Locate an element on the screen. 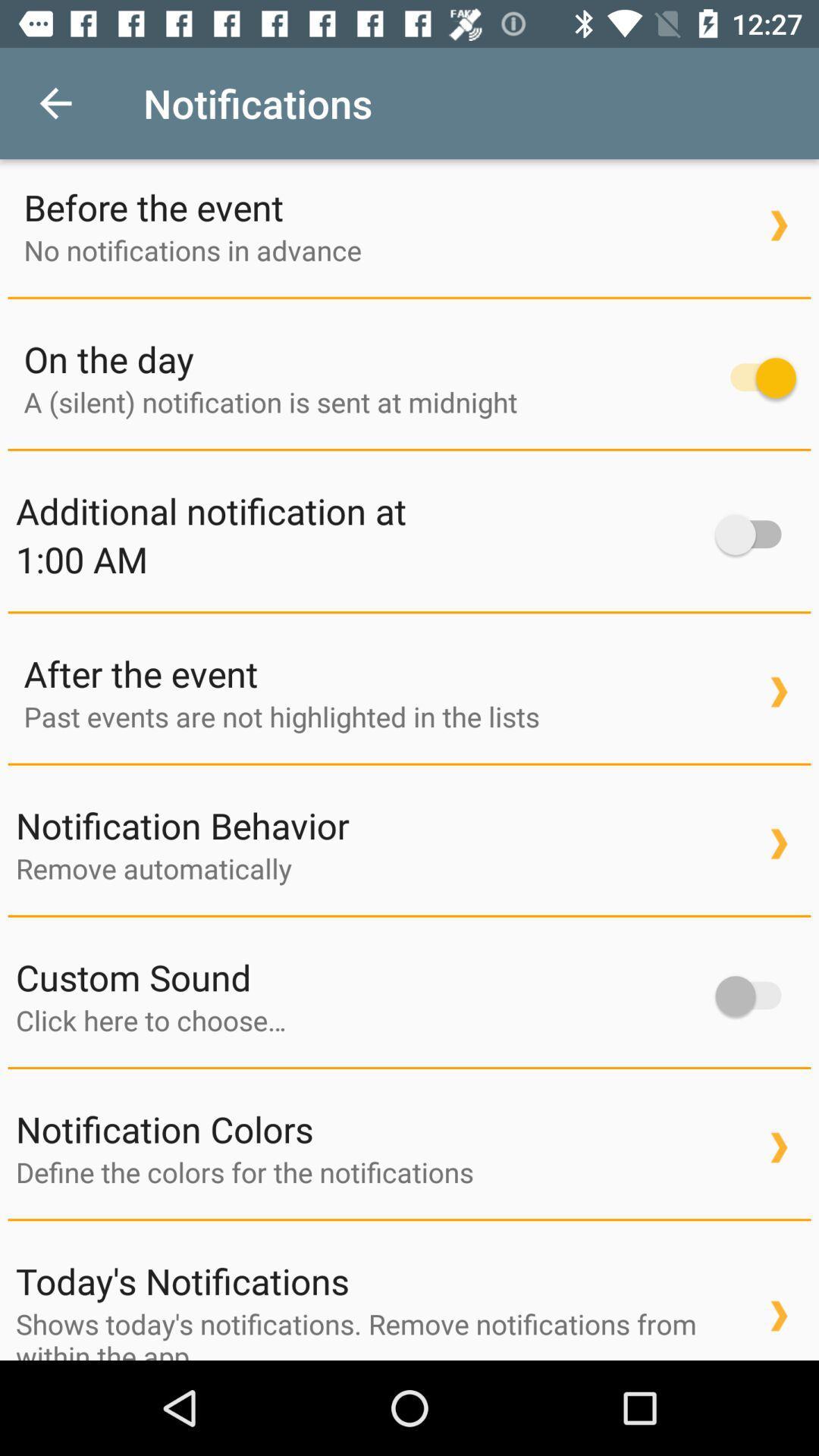 The height and width of the screenshot is (1456, 819). custom sound is located at coordinates (755, 996).